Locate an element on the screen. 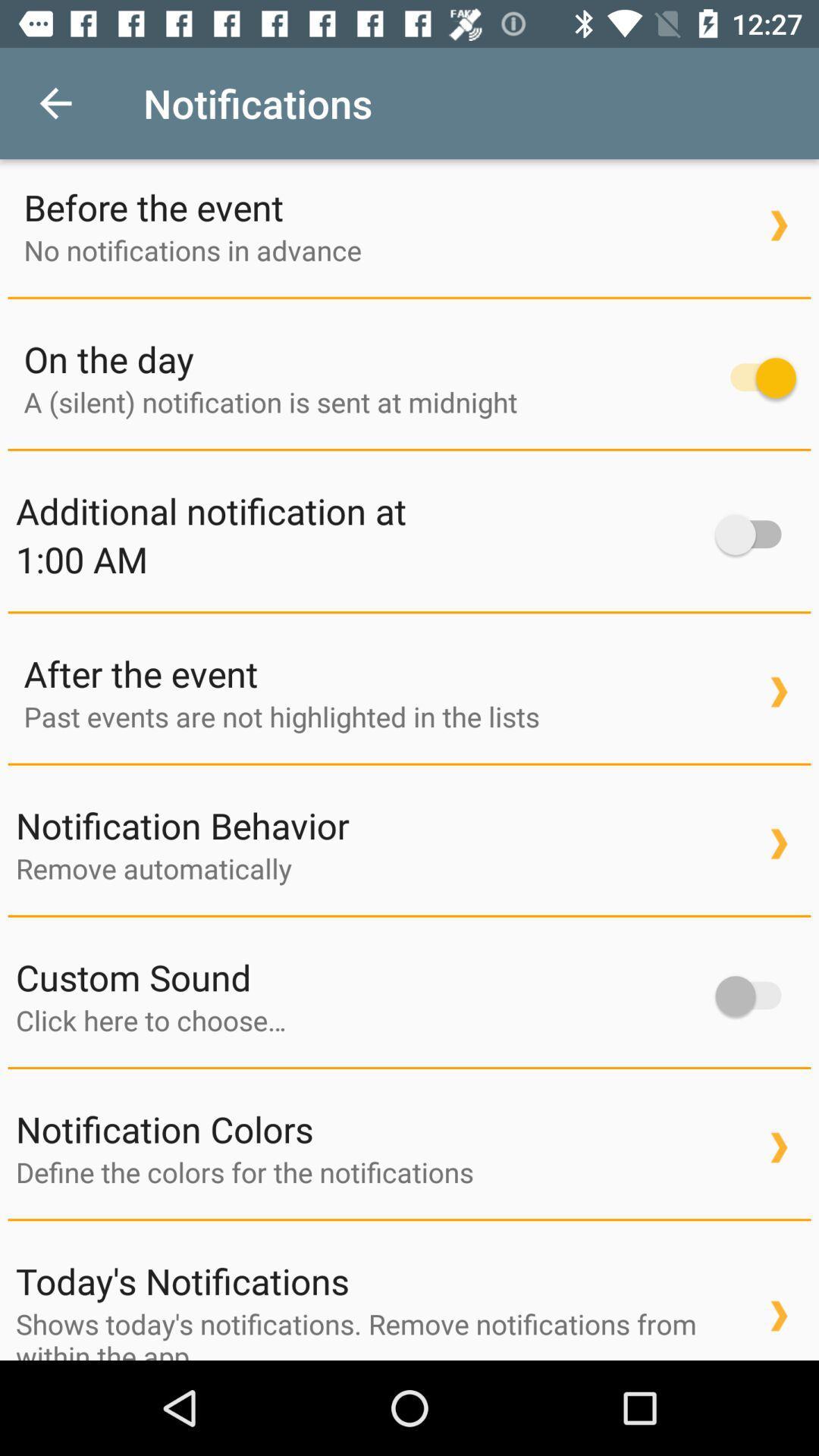 The height and width of the screenshot is (1456, 819). custom sound is located at coordinates (755, 996).